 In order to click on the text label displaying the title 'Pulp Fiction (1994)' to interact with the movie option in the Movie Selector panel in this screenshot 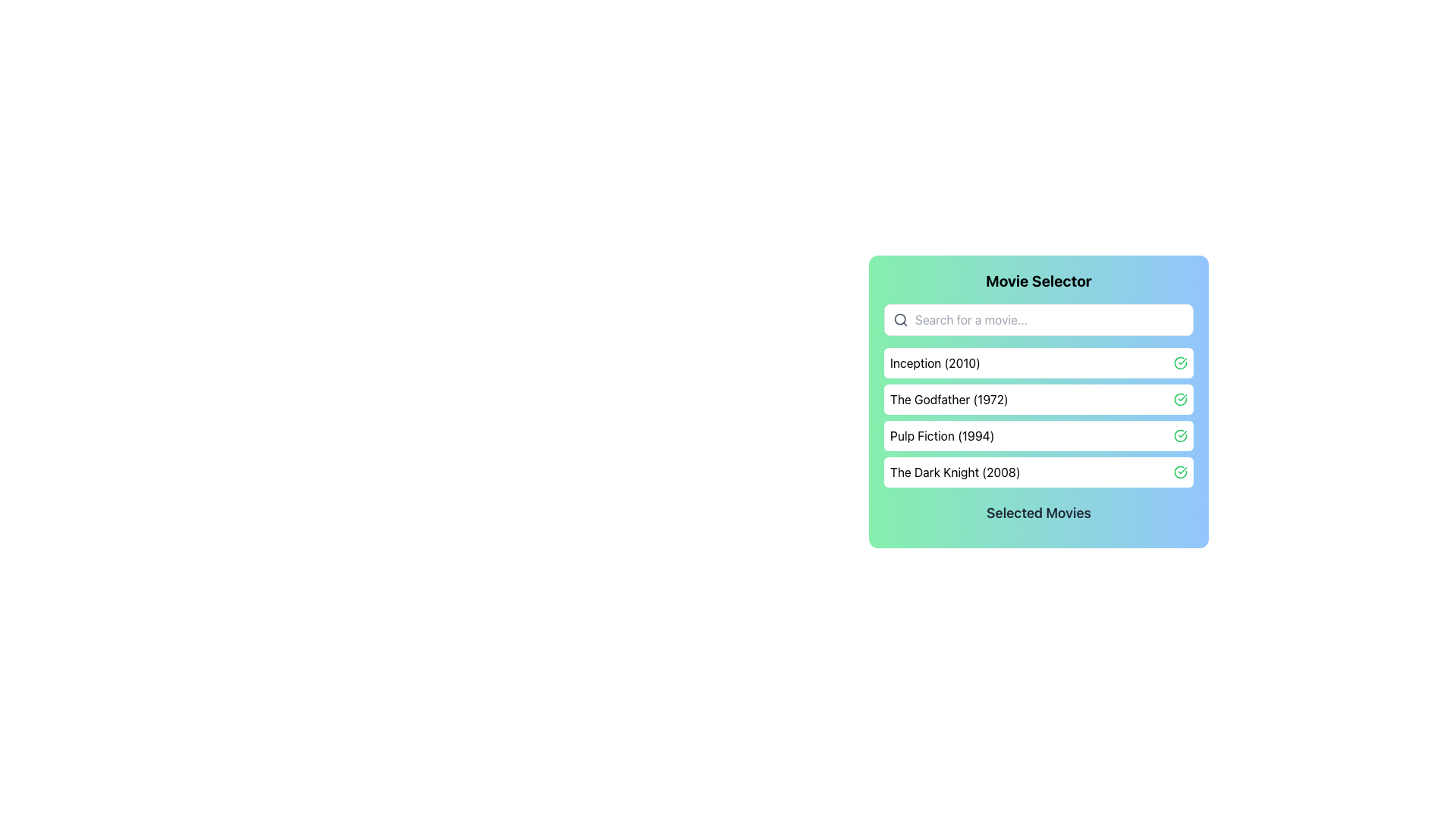, I will do `click(941, 435)`.